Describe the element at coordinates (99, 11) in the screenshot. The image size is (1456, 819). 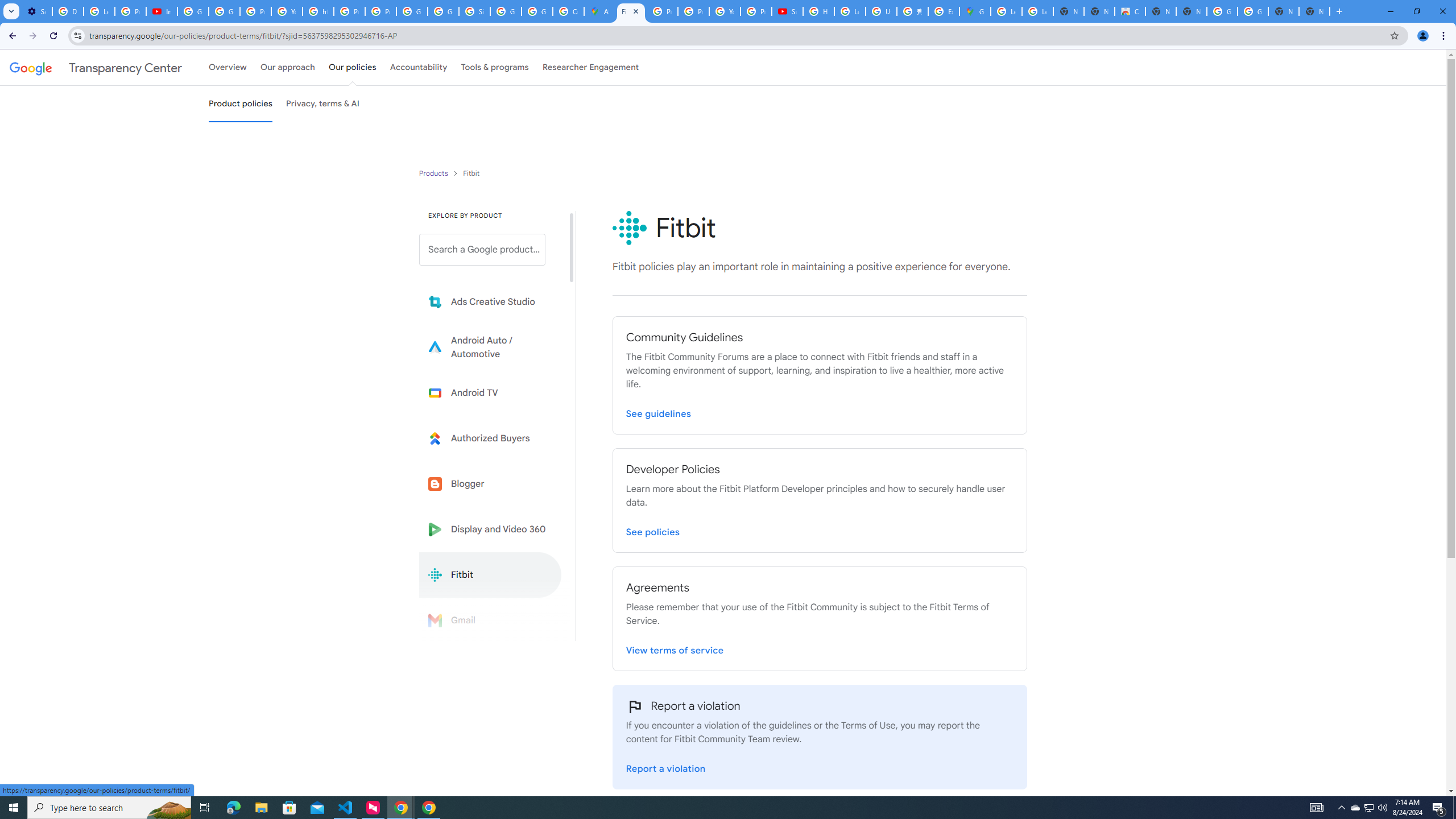
I see `'Learn how to find your photos - Google Photos Help'` at that location.